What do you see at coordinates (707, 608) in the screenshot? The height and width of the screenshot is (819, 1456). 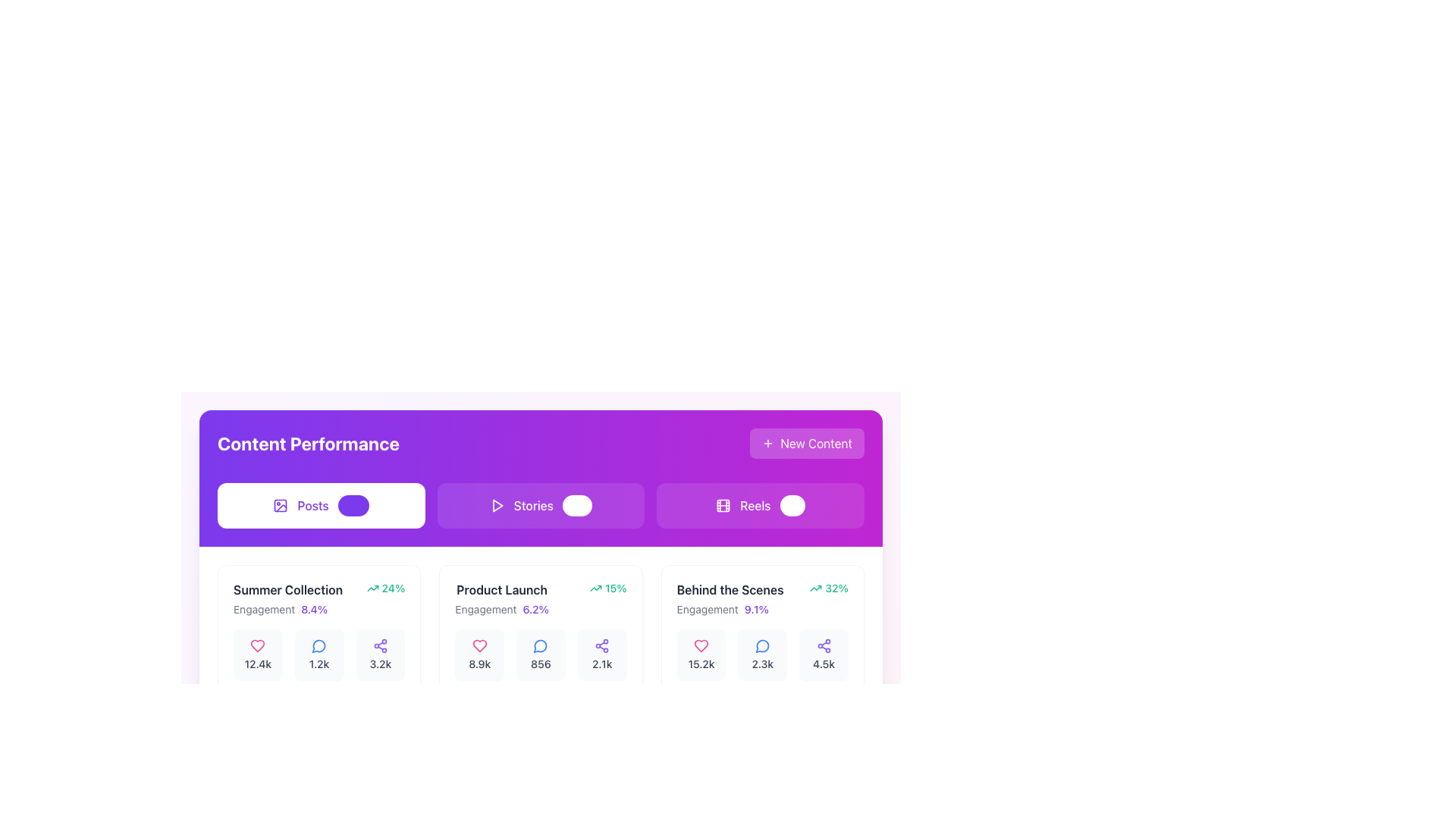 I see `Text label that provides context for the data value '9.1%' displayed next to it, which indicates engagement statistics, located in the card titled 'Behind the Scenes'` at bounding box center [707, 608].